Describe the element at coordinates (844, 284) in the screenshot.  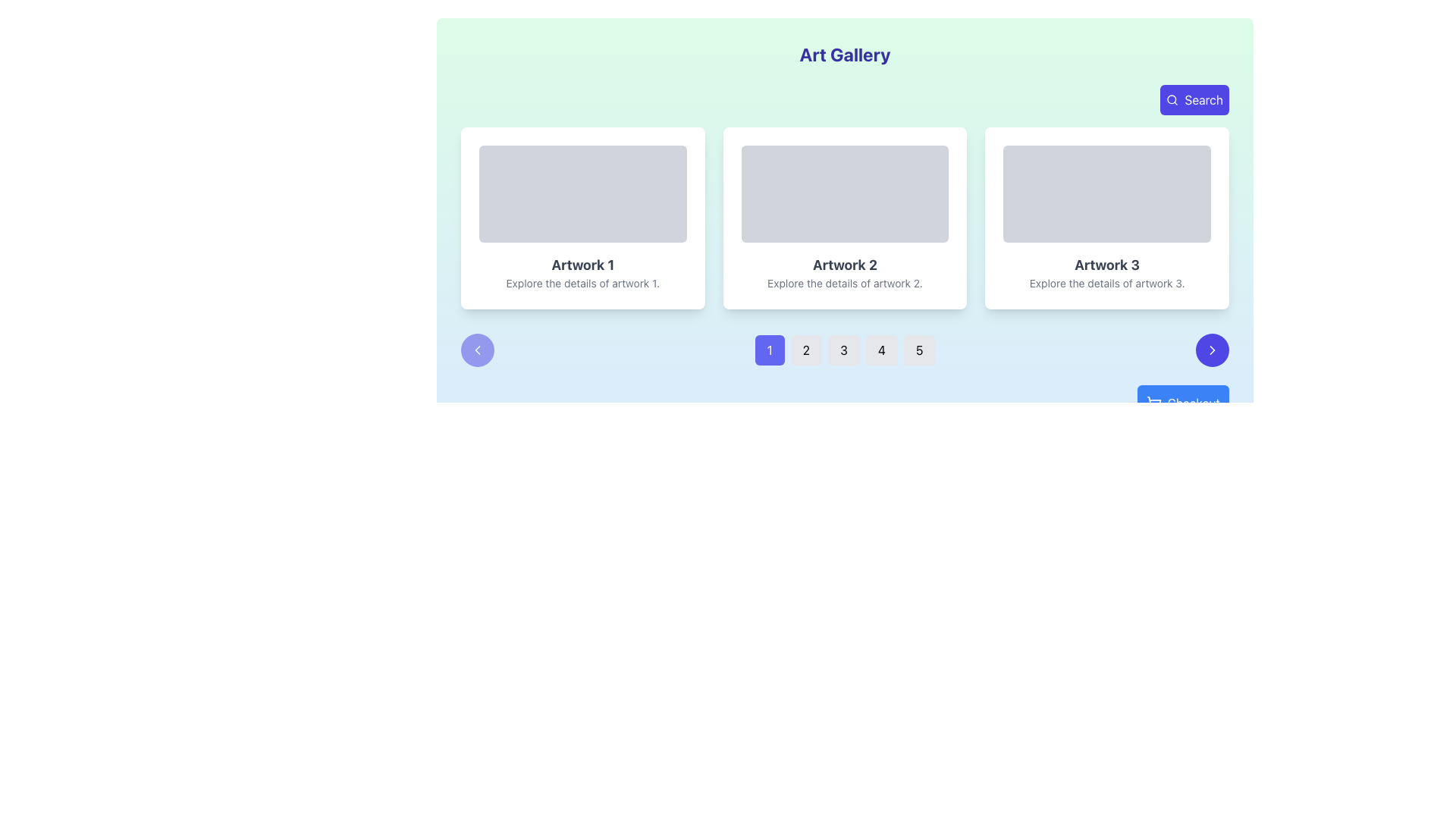
I see `the text label stating 'Explore the details of artwork 2', which is styled in a small gray font and positioned beneath the headline 'Artwork 2' in a white card layout` at that location.